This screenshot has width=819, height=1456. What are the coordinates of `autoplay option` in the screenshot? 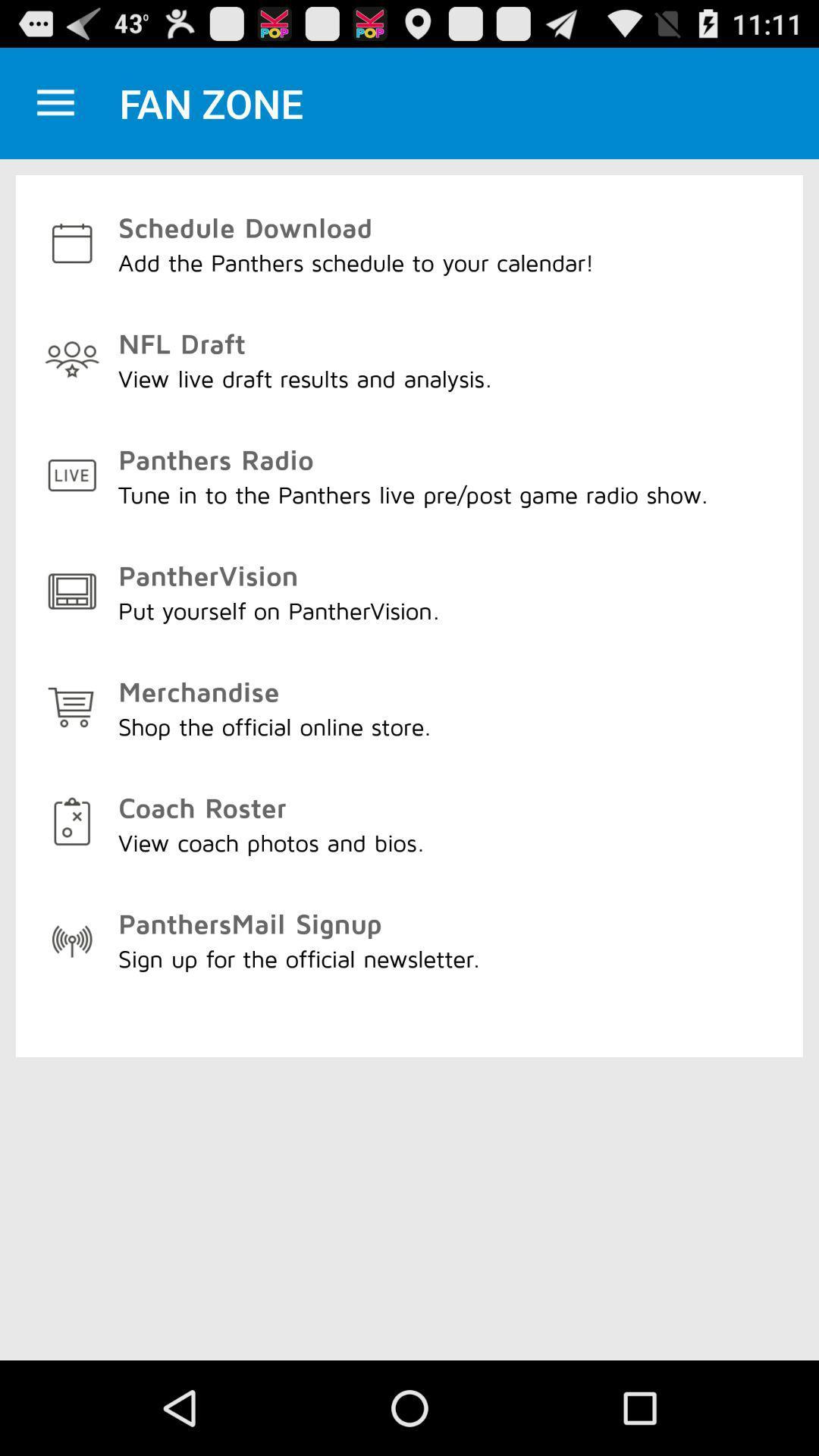 It's located at (55, 102).